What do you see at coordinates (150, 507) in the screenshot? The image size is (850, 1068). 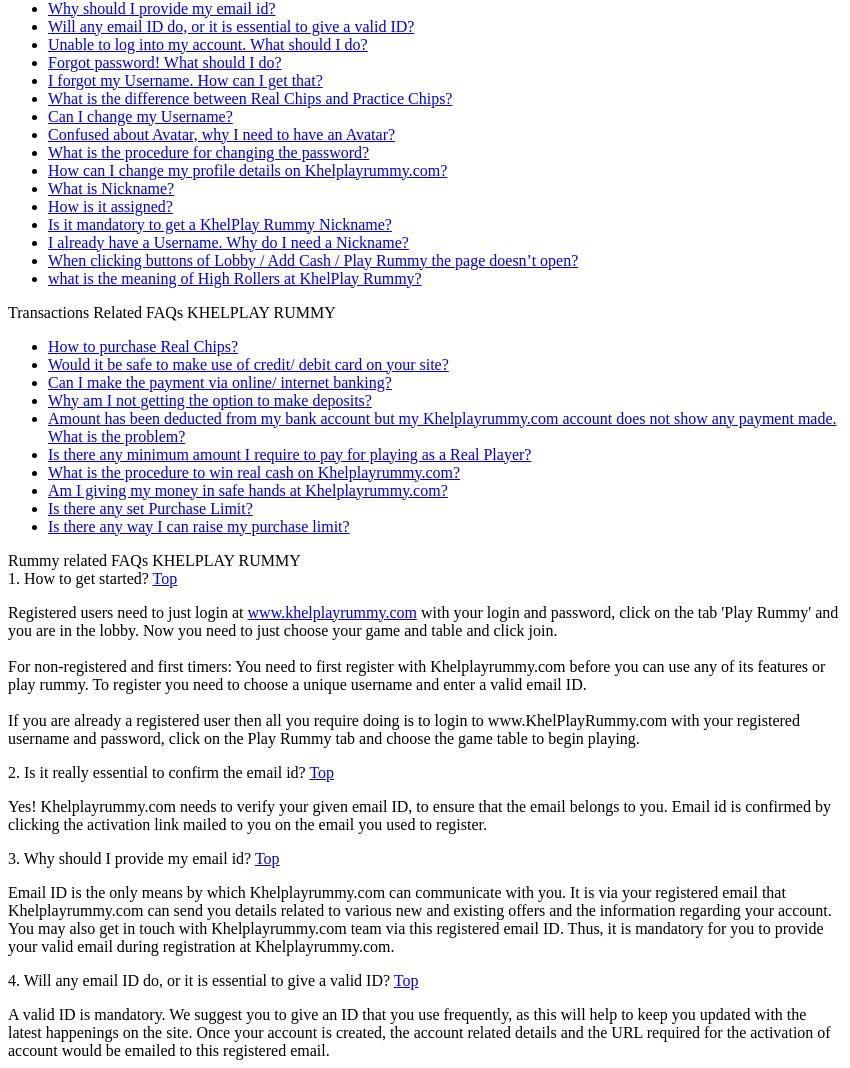 I see `'Is there any set Purchase Limit?'` at bounding box center [150, 507].